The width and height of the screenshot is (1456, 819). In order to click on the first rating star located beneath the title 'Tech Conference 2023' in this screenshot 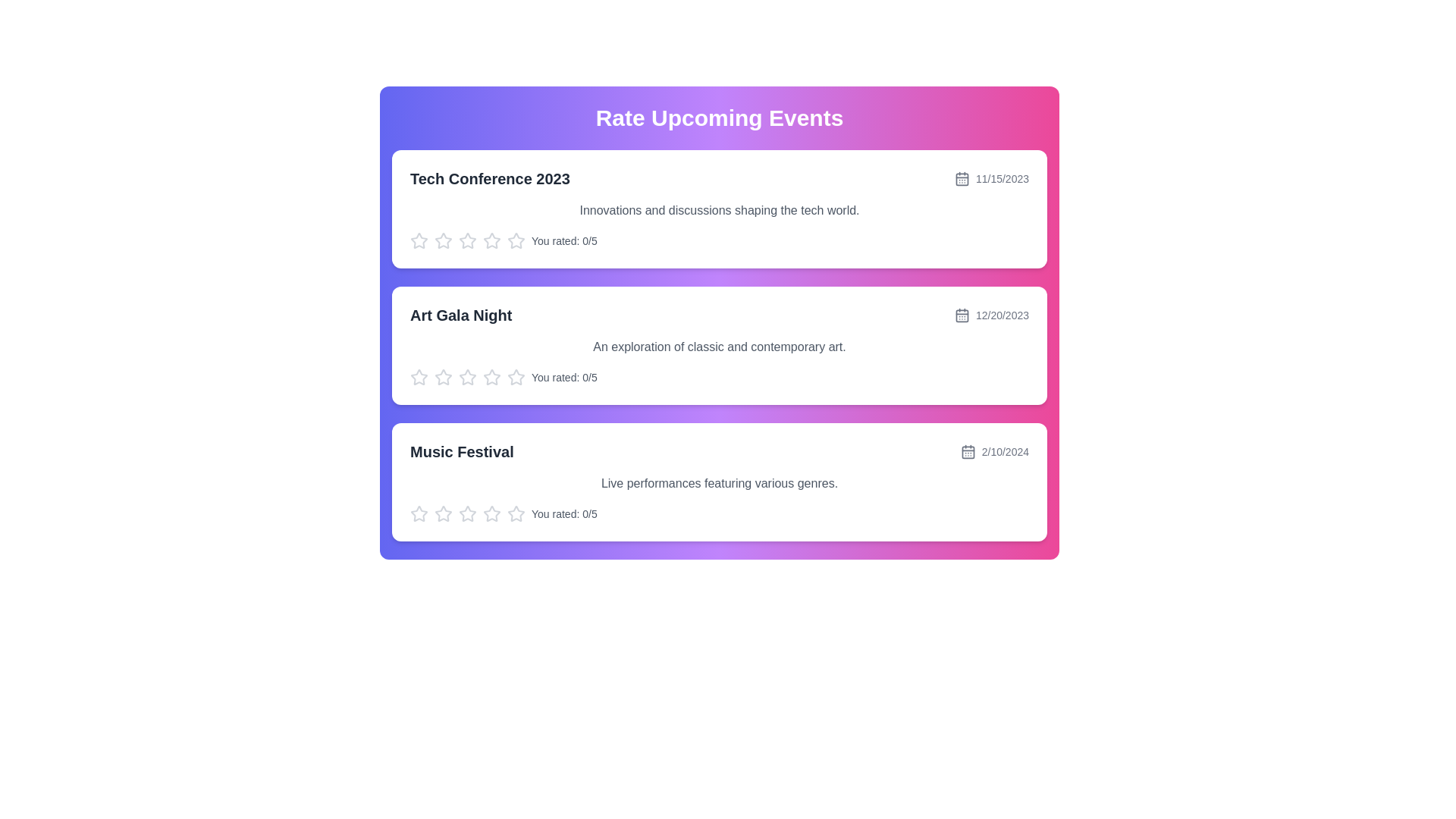, I will do `click(419, 240)`.